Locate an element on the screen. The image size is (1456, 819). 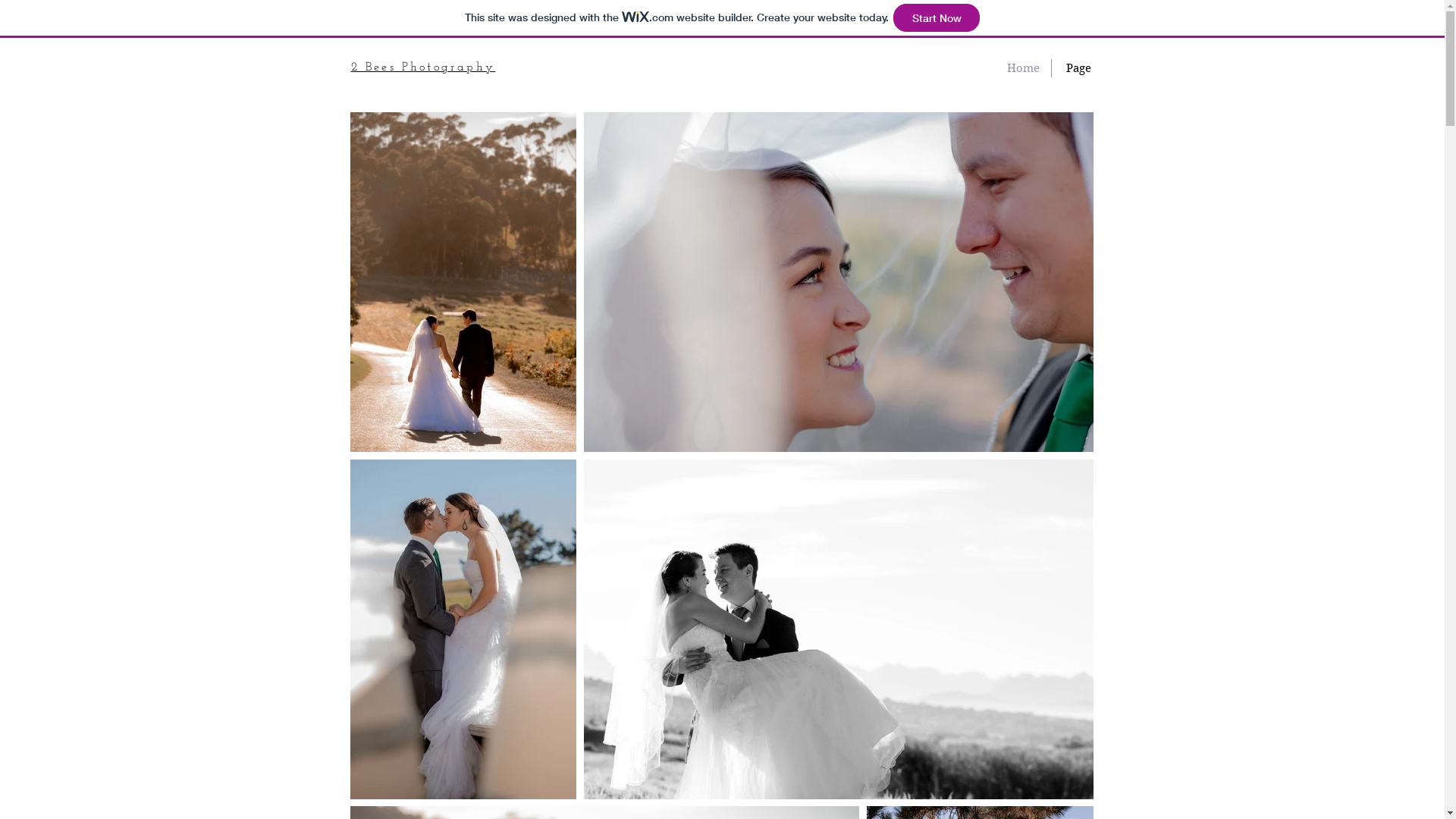
'Page' is located at coordinates (1077, 67).